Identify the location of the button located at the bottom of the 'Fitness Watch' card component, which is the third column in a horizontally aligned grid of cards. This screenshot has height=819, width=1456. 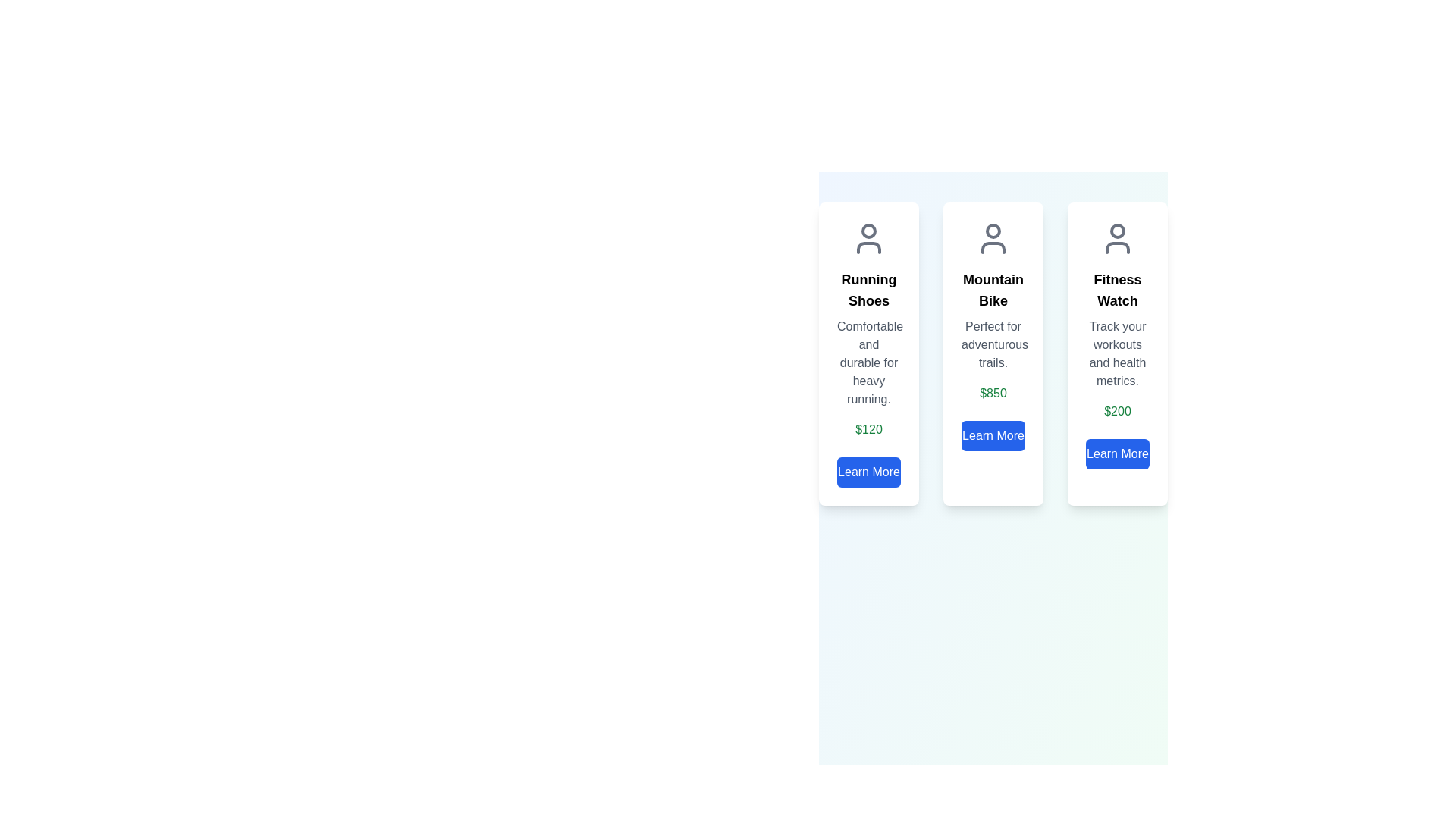
(1117, 453).